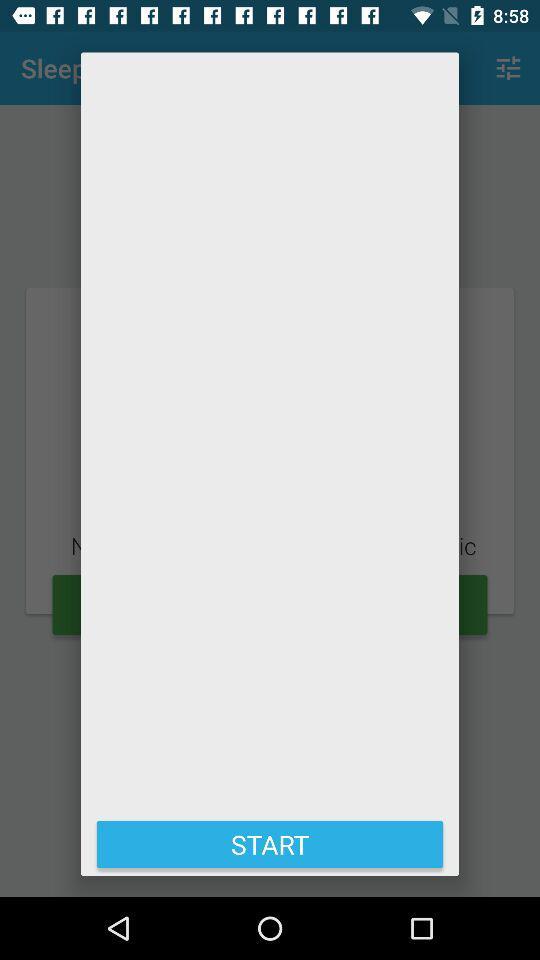  I want to click on the start at the bottom, so click(270, 843).